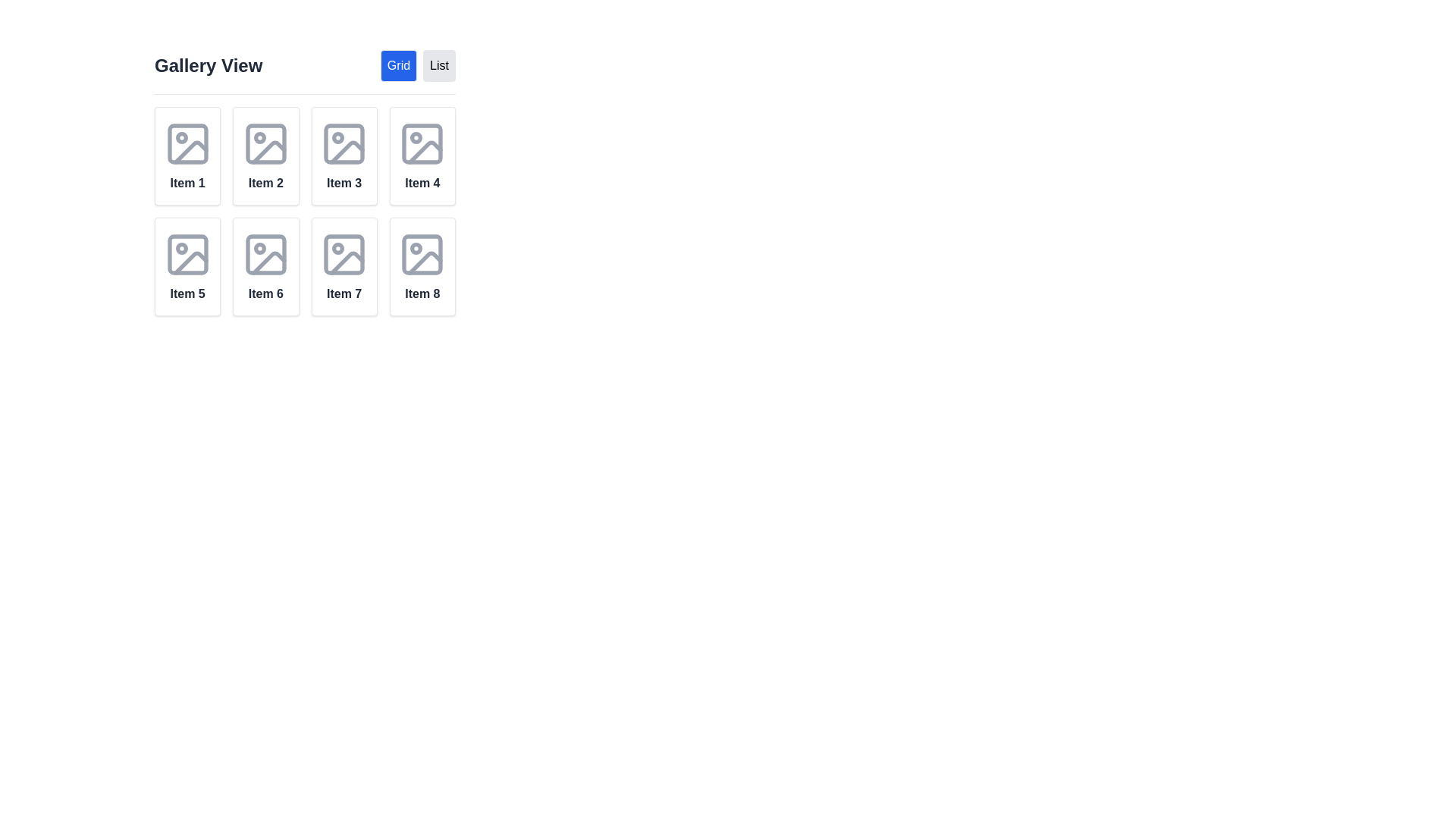 This screenshot has height=819, width=1456. Describe the element at coordinates (187, 155) in the screenshot. I see `the first Card Widget in the grid layout, positioned under the 'Gallery View' label and next to the 'Grid' and 'List' buttons` at that location.